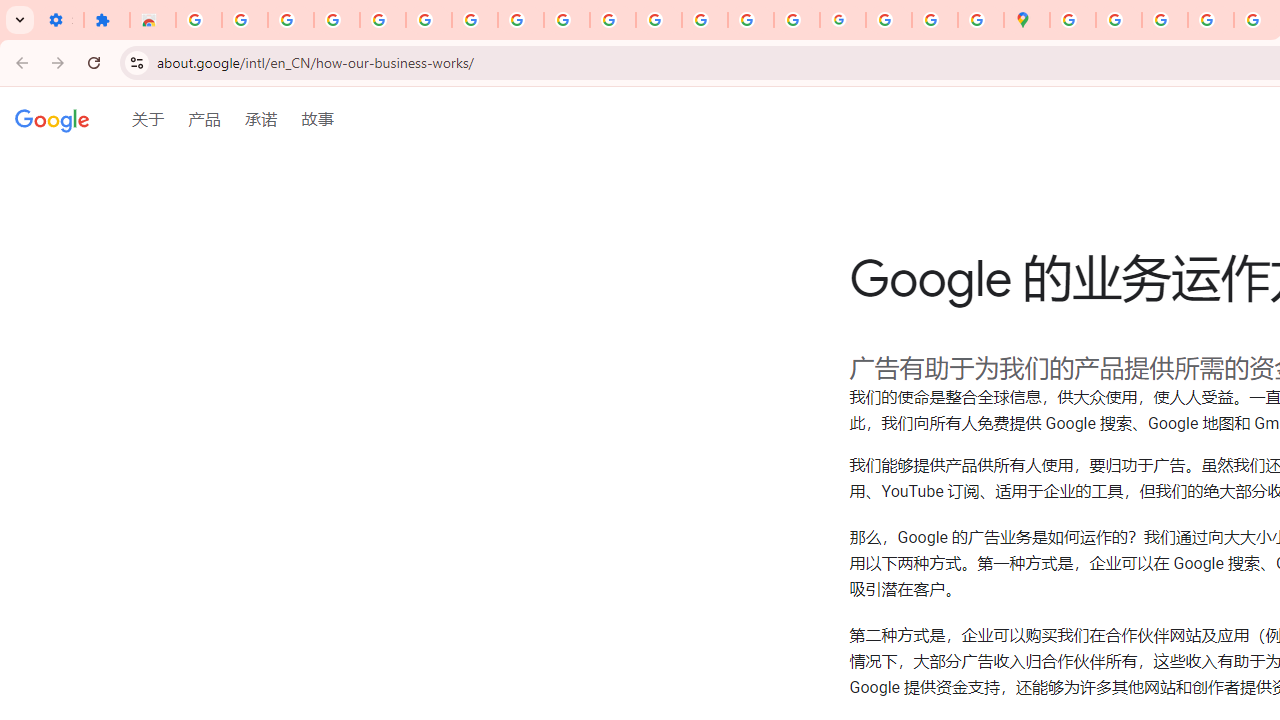  I want to click on 'Delete photos & videos - Computer - Google Photos Help', so click(289, 20).